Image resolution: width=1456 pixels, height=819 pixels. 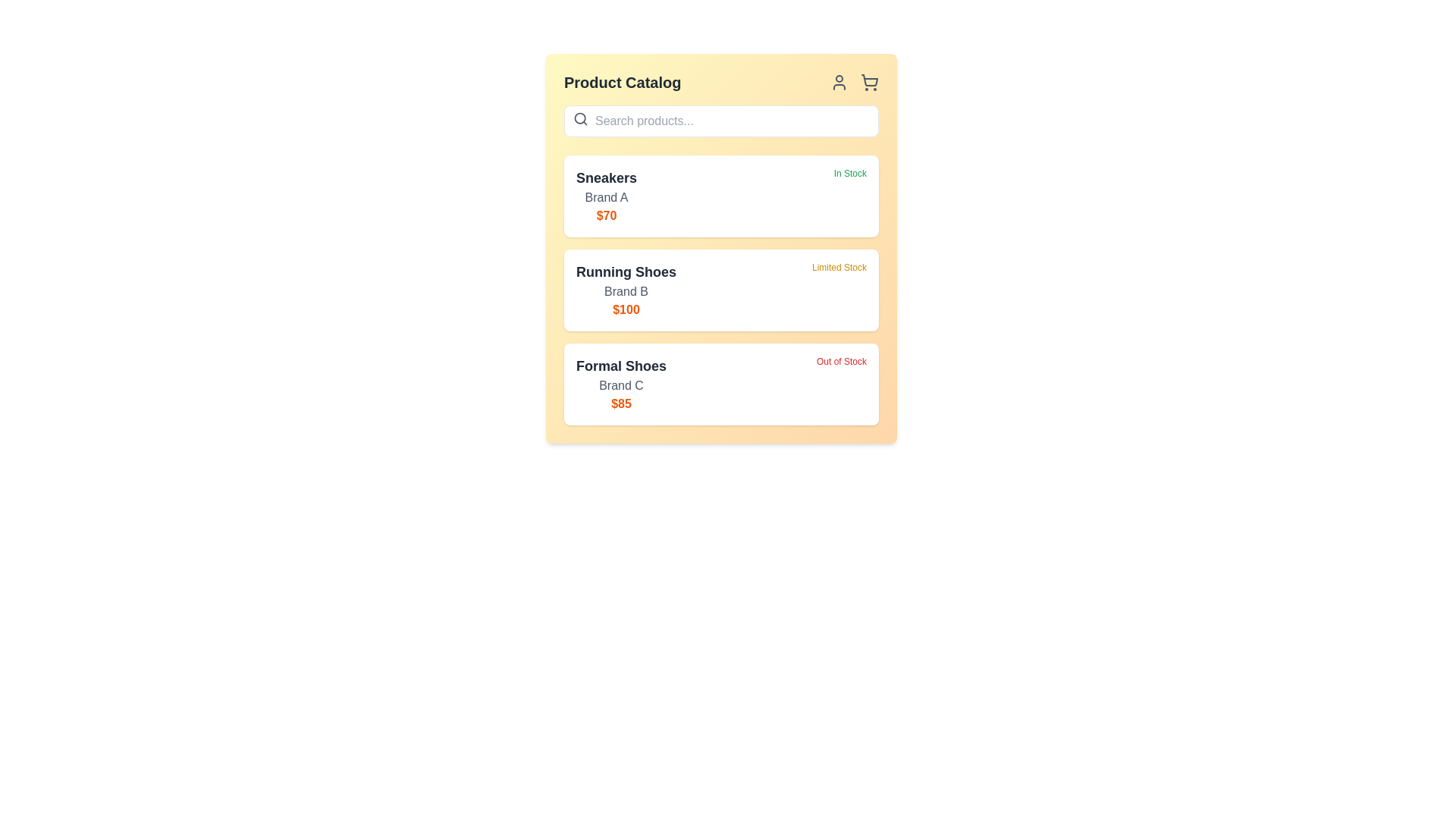 I want to click on the 'Out of Stock' text label, which is styled in red and located in the top-right corner of the 'Formal Shoes' product card, so click(x=840, y=383).